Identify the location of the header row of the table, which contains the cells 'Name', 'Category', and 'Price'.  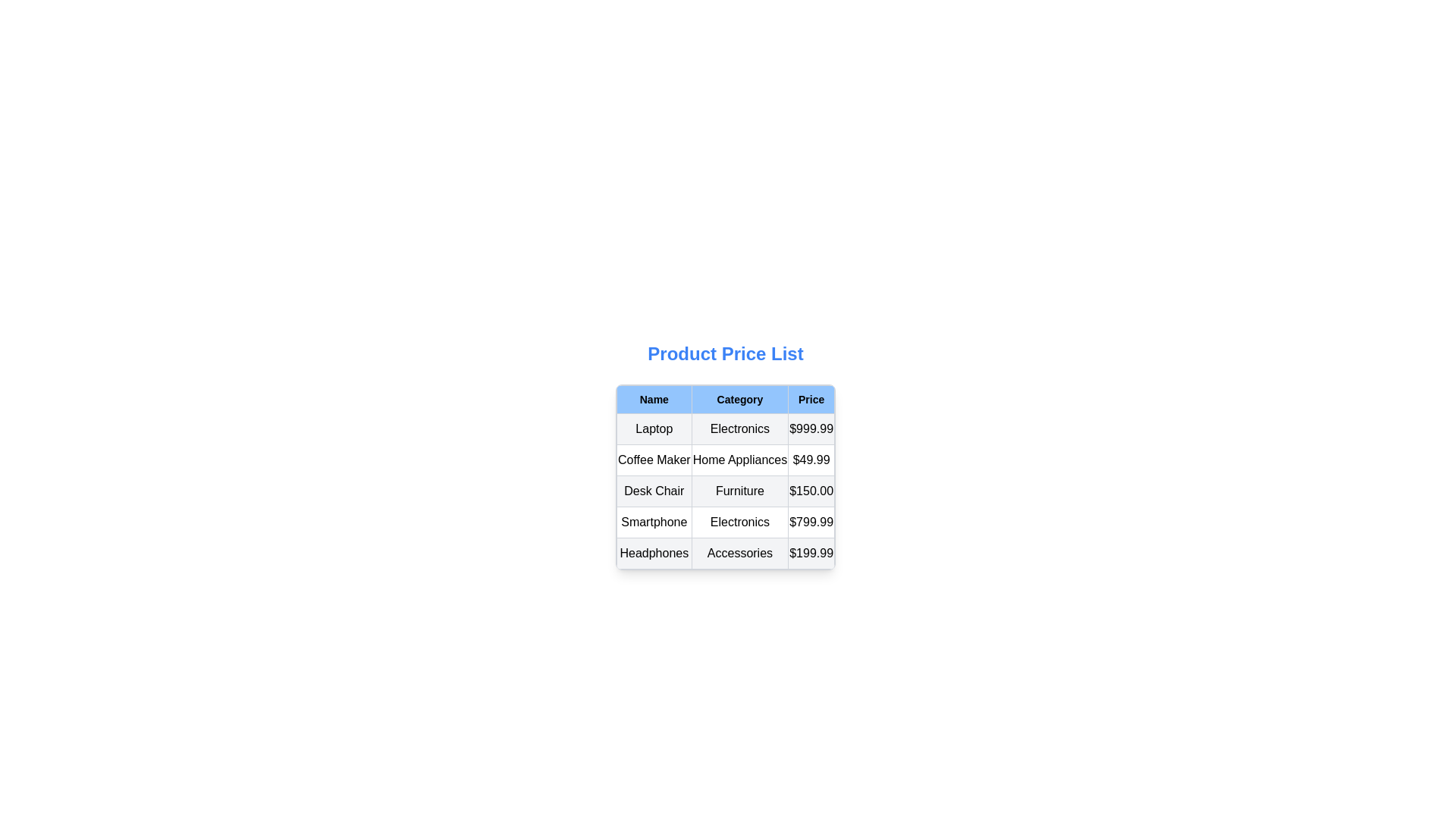
(724, 399).